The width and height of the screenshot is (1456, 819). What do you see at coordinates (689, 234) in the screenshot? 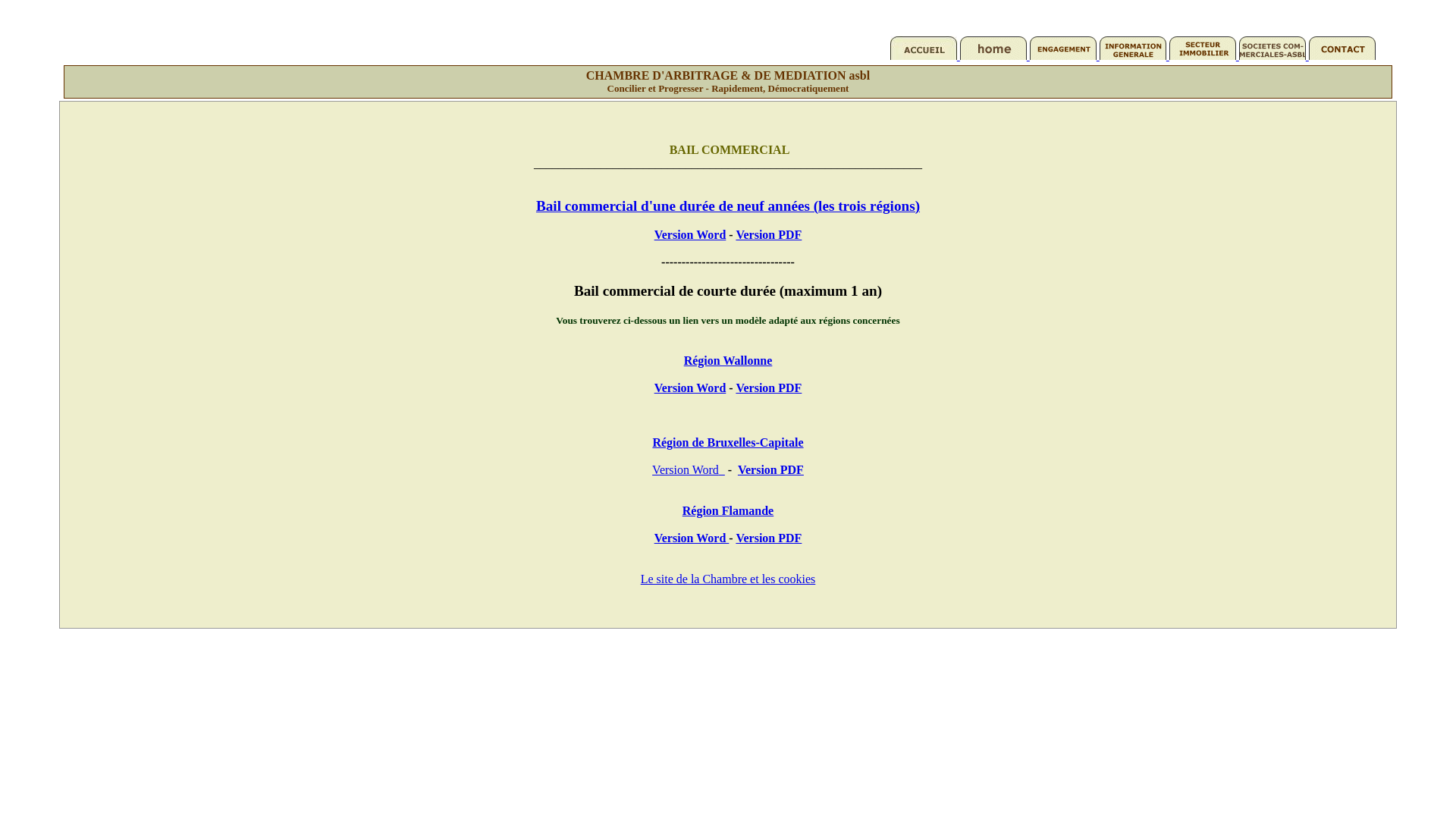
I see `'Version Word'` at bounding box center [689, 234].